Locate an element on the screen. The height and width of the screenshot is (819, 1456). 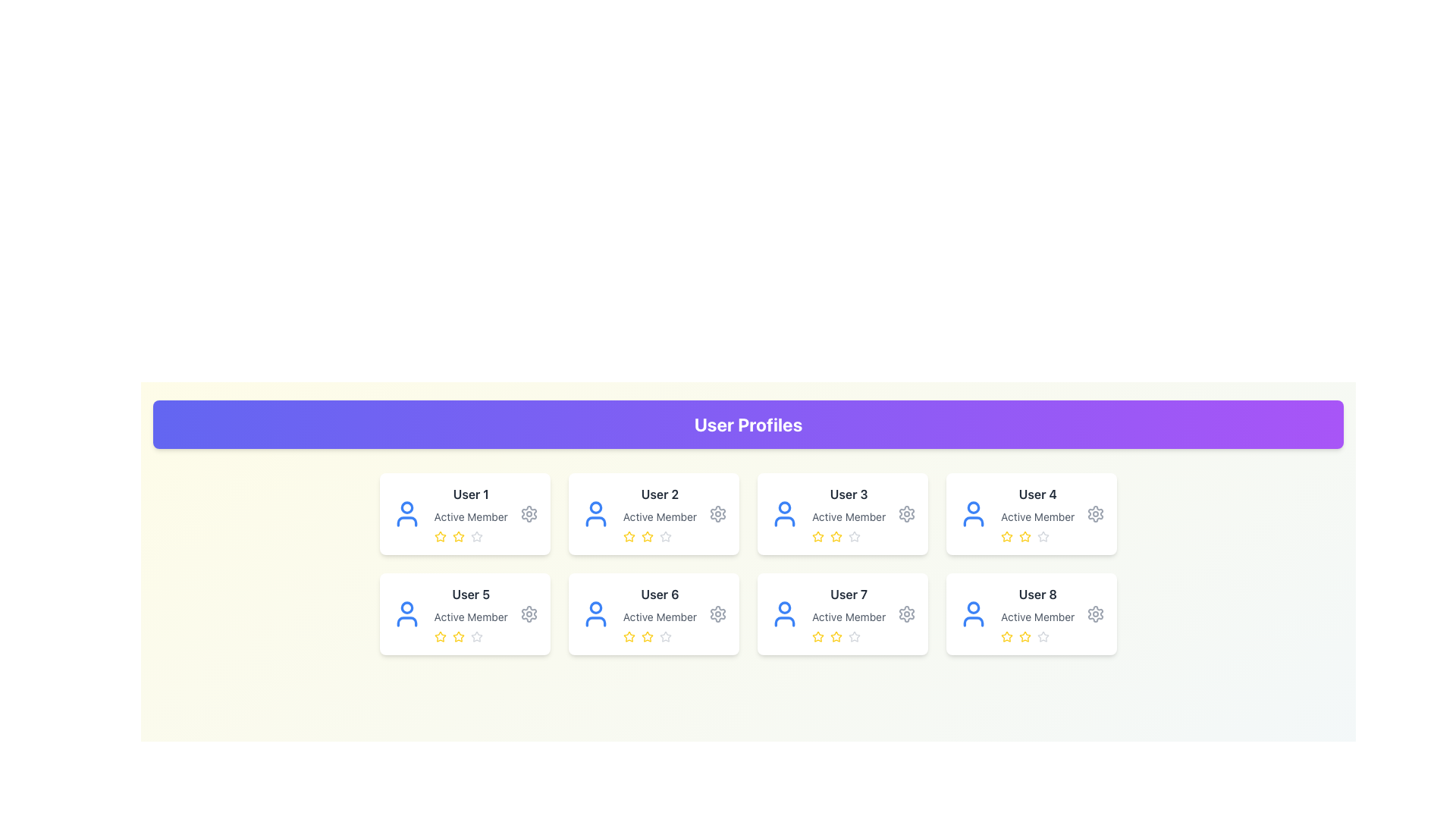
the highlighted yellow star icon in the rating section of 'User 6's profile card is located at coordinates (647, 636).